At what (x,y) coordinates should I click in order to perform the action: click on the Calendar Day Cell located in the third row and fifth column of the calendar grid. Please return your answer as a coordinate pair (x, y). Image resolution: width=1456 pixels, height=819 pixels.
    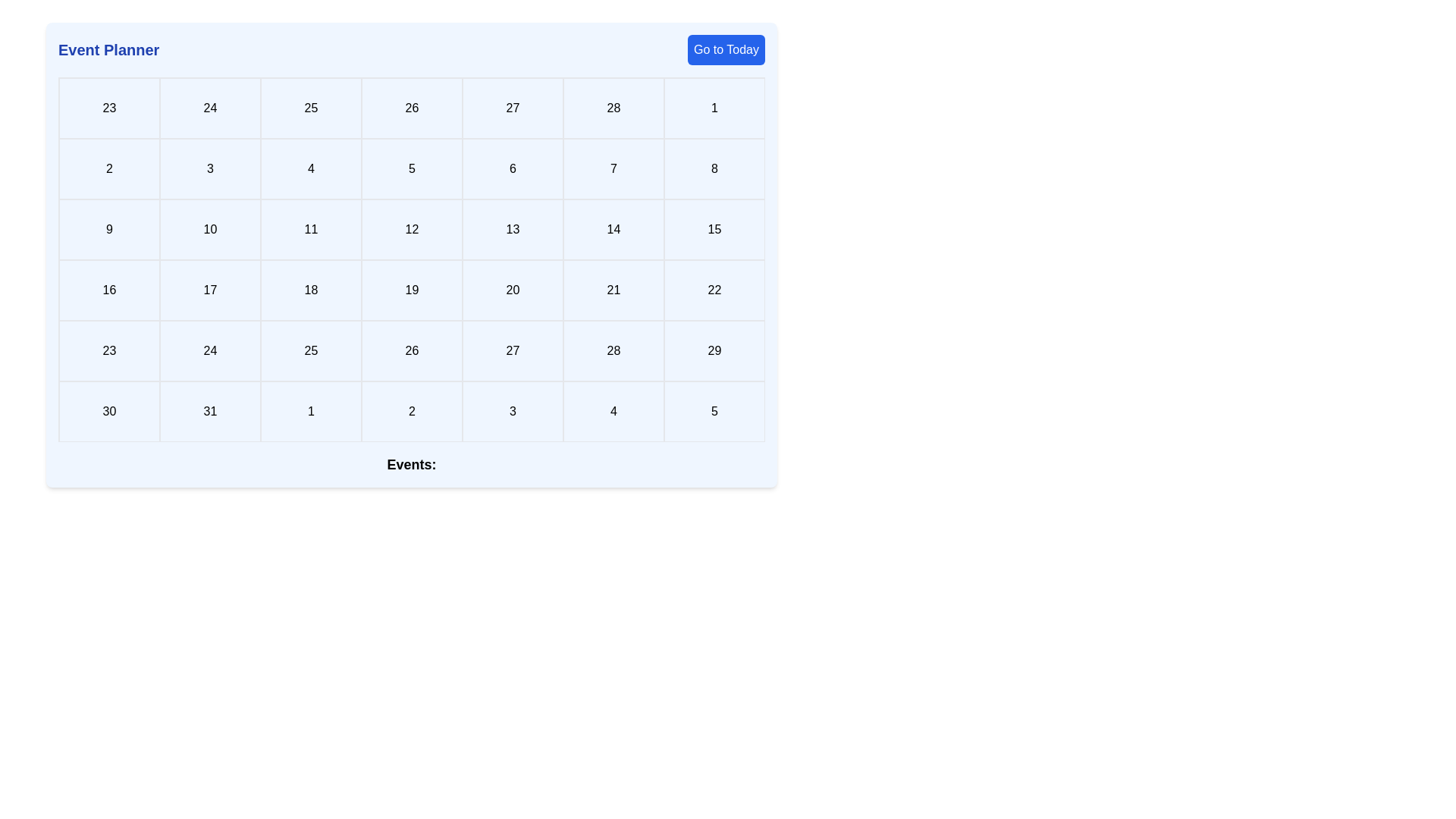
    Looking at the image, I should click on (412, 230).